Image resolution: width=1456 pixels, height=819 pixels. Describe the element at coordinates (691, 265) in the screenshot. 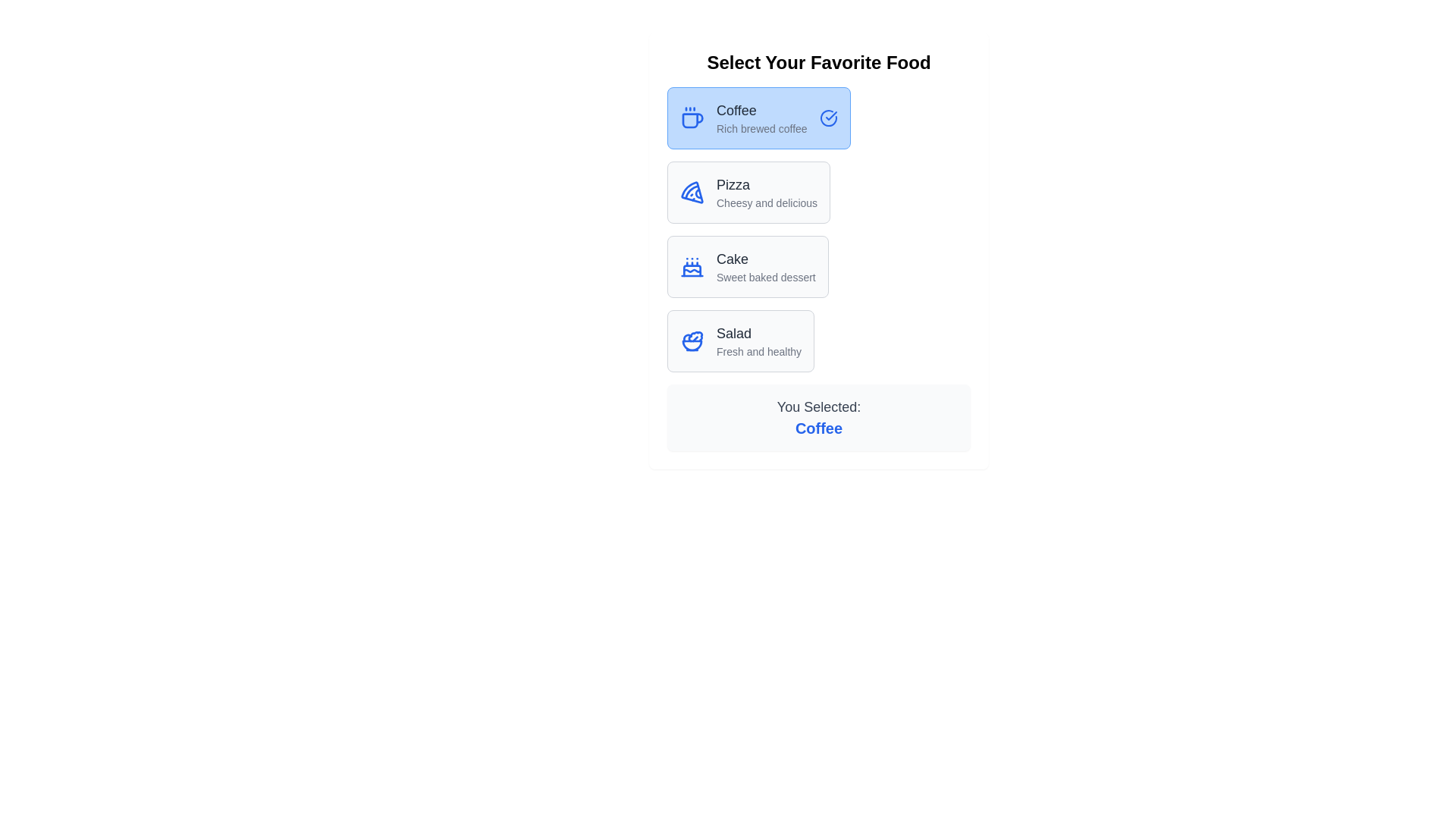

I see `the graphical representation of the 'Cake' icon, which is positioned to the left of the text 'Cake' and 'Sweet baked dessert' in the third row of the food items list under the title 'Select Your Favorite Food'` at that location.